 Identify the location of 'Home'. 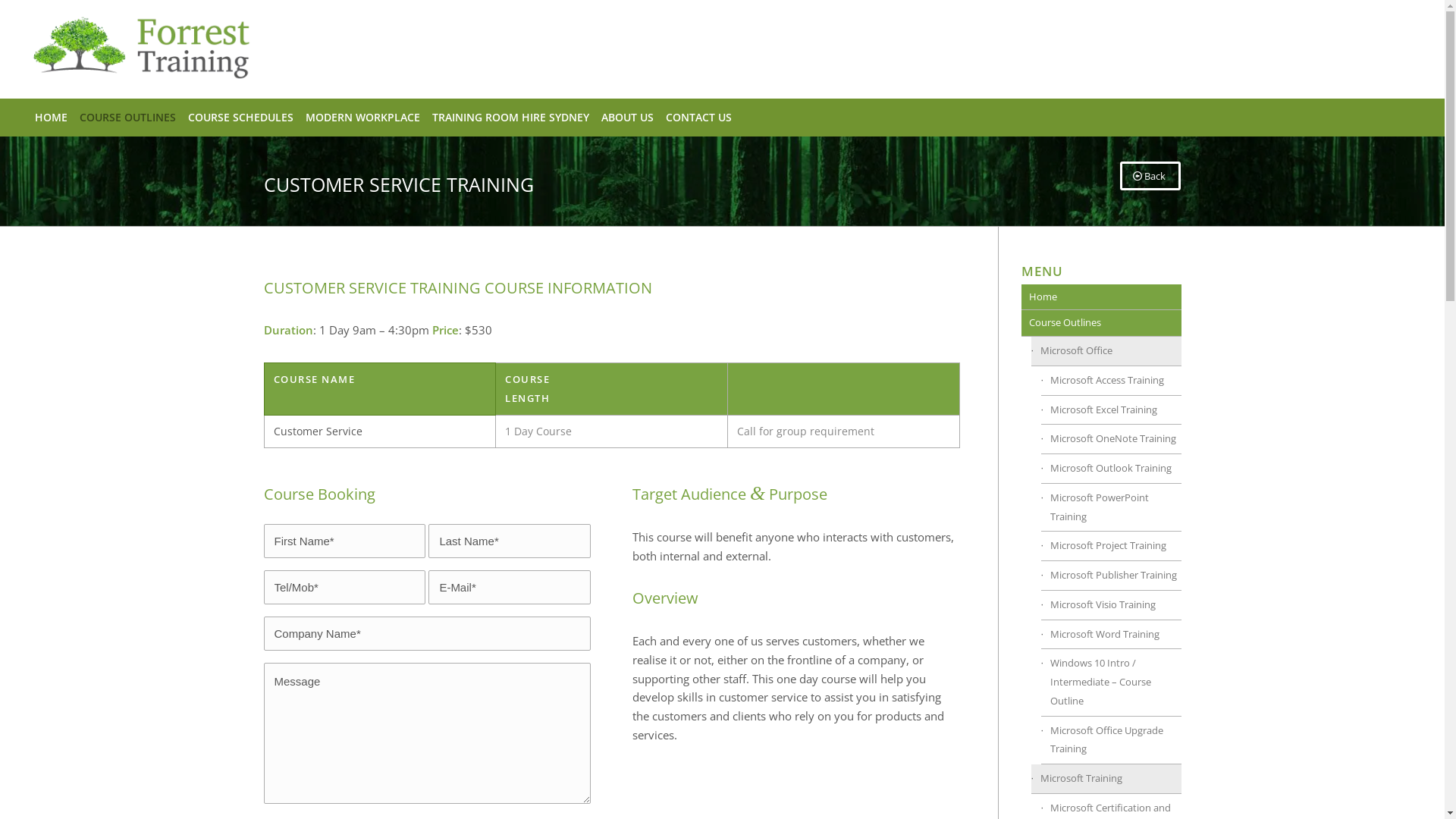
(1100, 297).